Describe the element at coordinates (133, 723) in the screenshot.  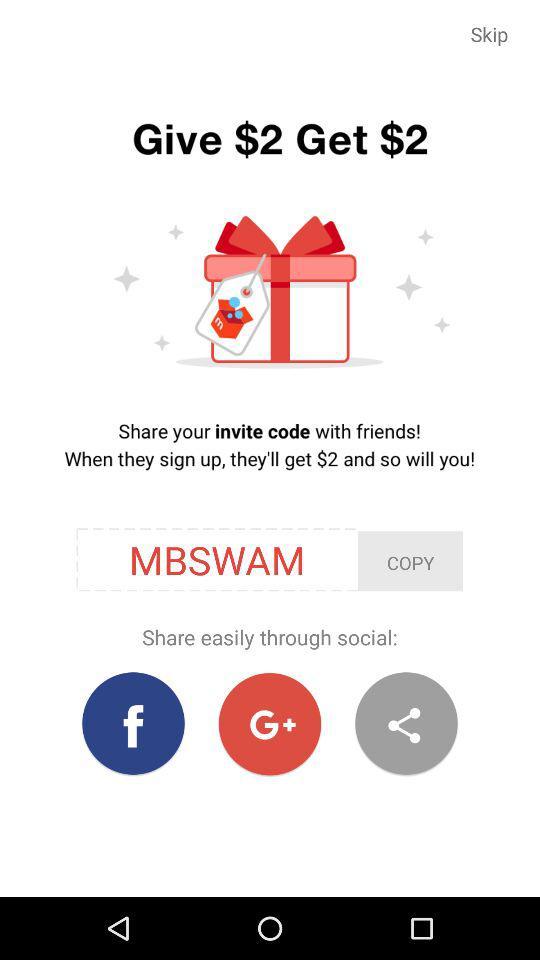
I see `the facebook icon` at that location.